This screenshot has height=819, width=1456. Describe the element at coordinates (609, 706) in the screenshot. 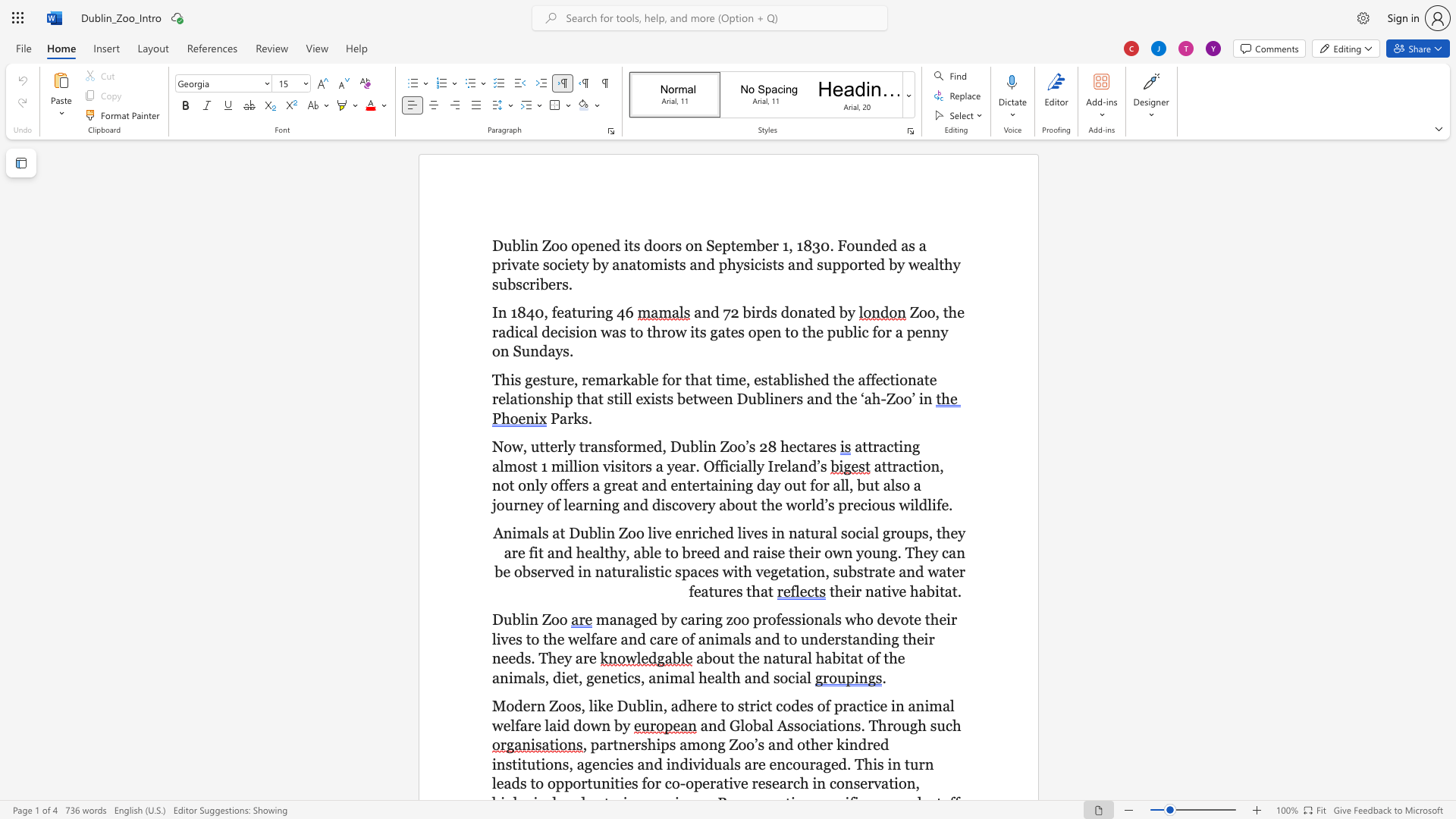

I see `the 2th character "e" in the text` at that location.